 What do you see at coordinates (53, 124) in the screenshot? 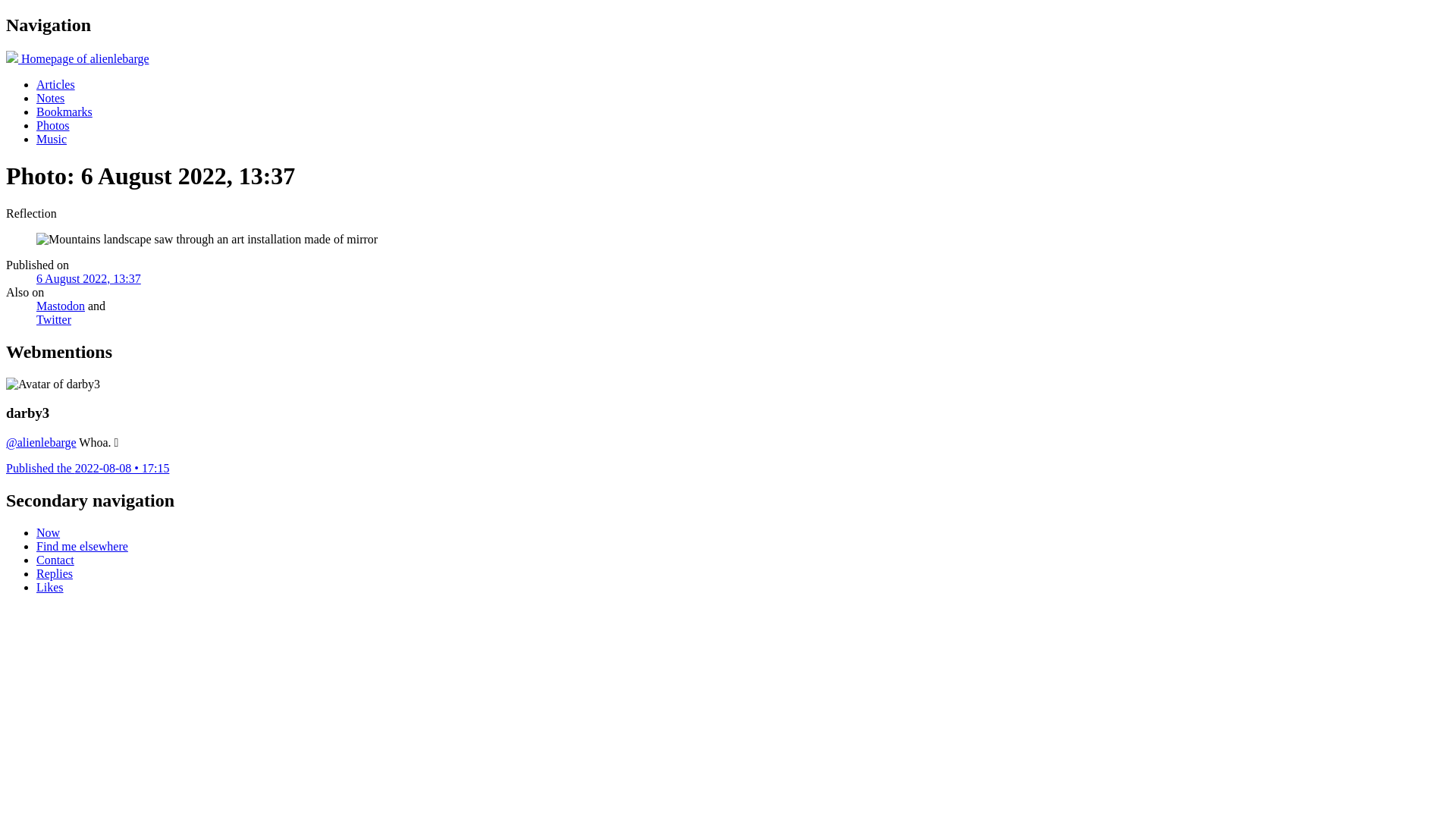
I see `'Photos'` at bounding box center [53, 124].